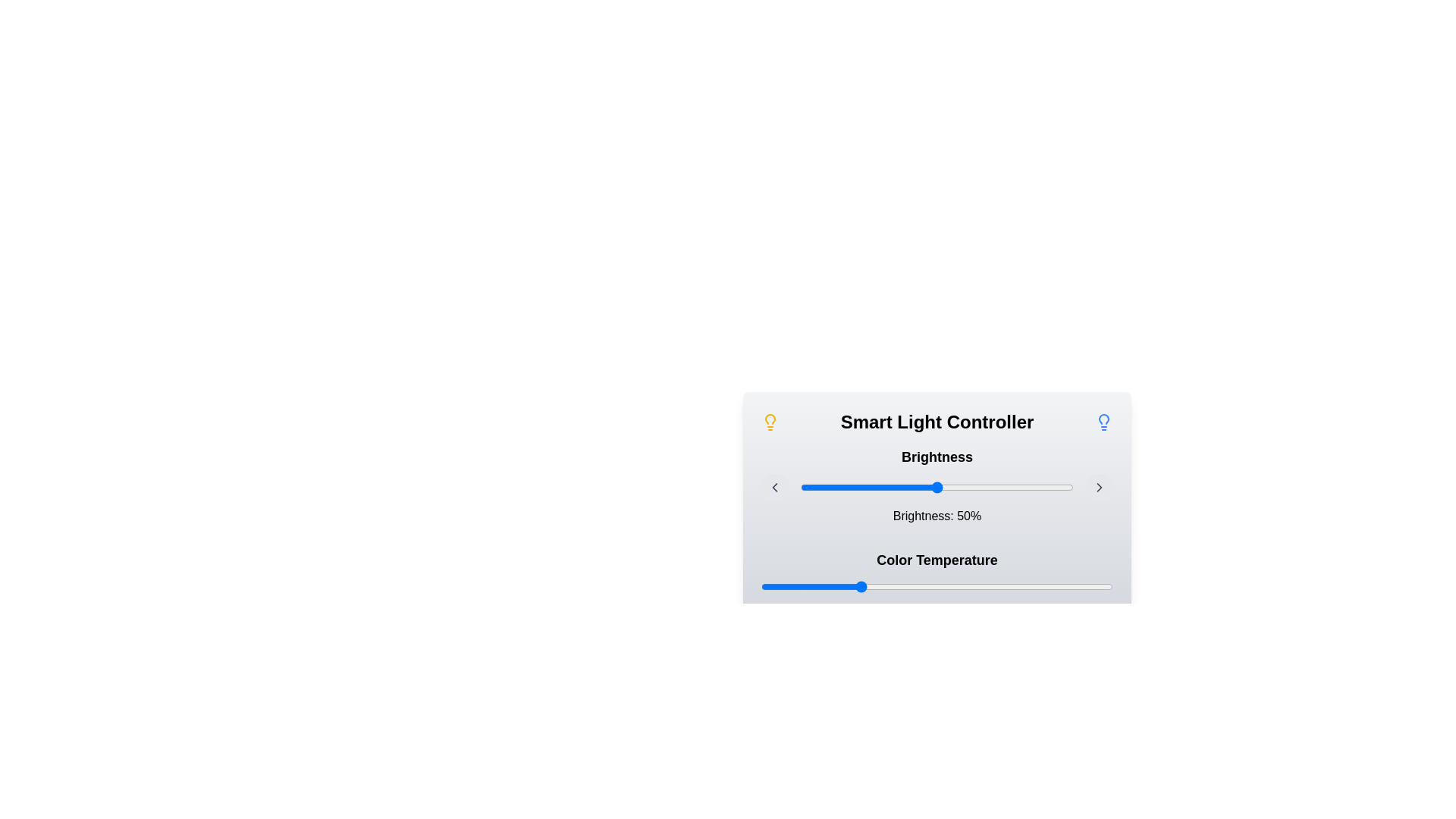 This screenshot has width=1456, height=819. What do you see at coordinates (947, 586) in the screenshot?
I see `the color temperature` at bounding box center [947, 586].